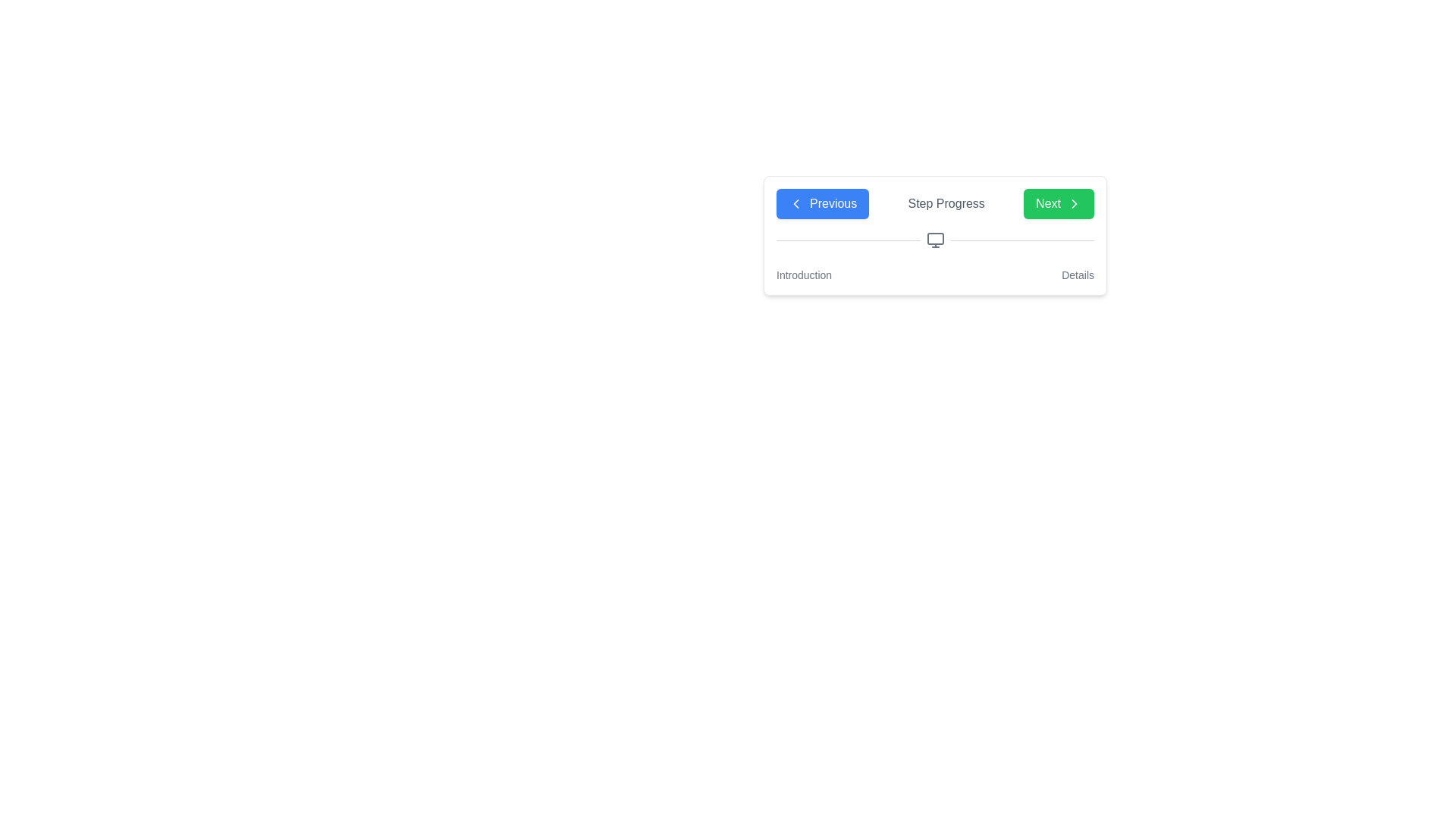 The image size is (1456, 819). What do you see at coordinates (822, 203) in the screenshot?
I see `the 'Previous' button, which is a rectangular button with rounded corners, blue background, and white text` at bounding box center [822, 203].